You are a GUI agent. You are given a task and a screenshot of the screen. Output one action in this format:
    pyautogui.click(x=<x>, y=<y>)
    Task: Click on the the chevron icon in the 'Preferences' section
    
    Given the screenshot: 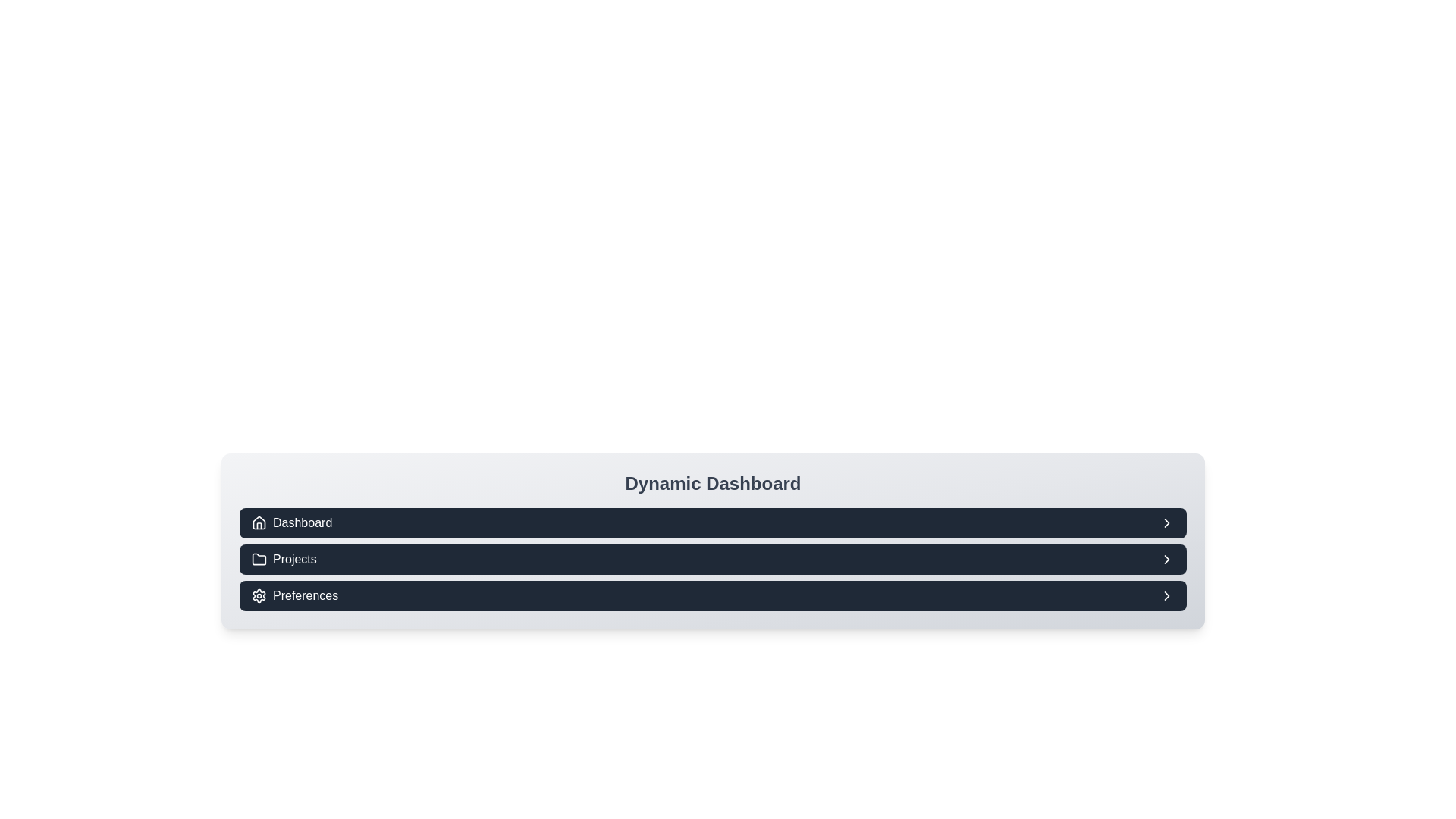 What is the action you would take?
    pyautogui.click(x=1166, y=559)
    